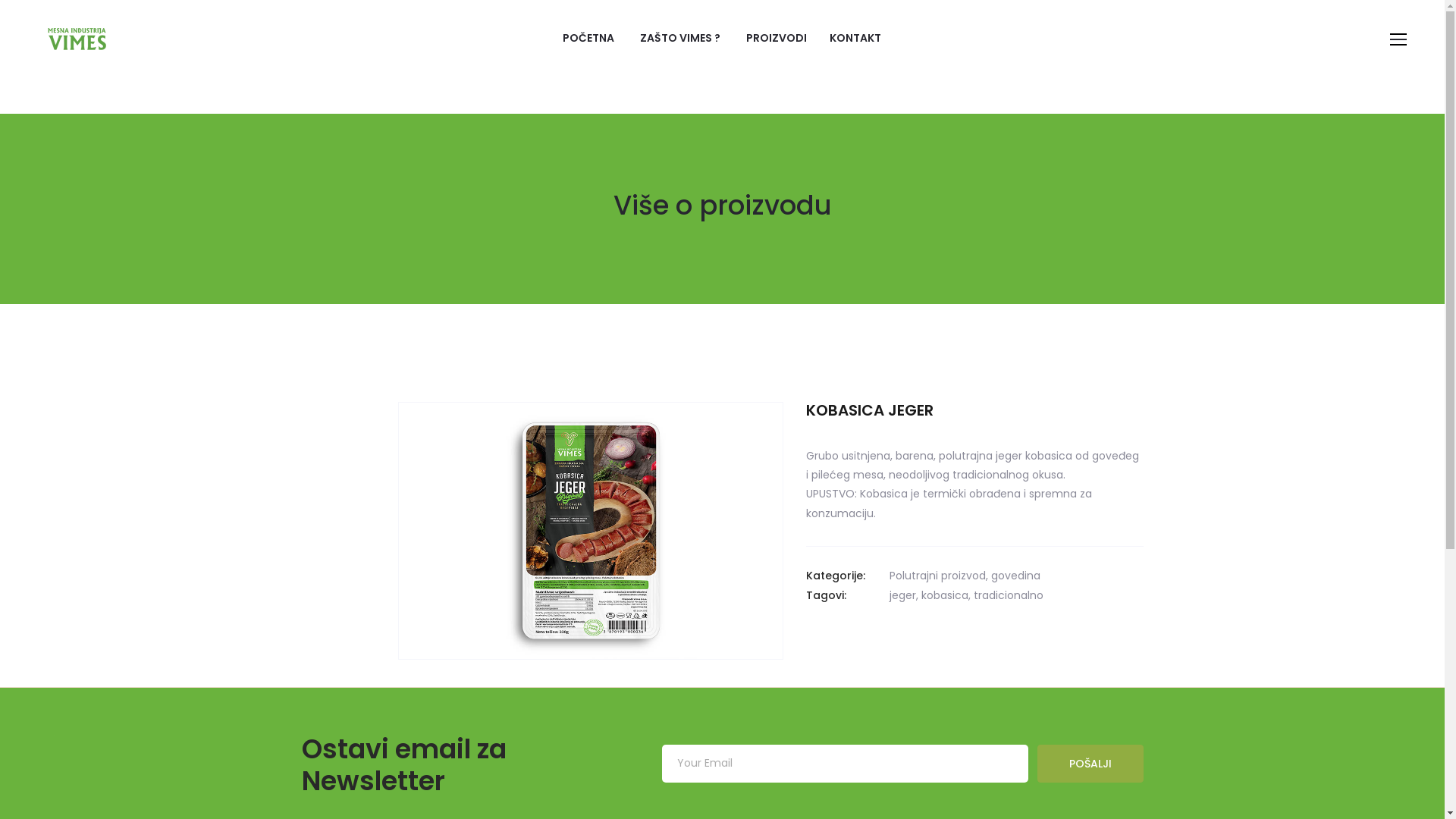  I want to click on 'jeger', so click(902, 595).